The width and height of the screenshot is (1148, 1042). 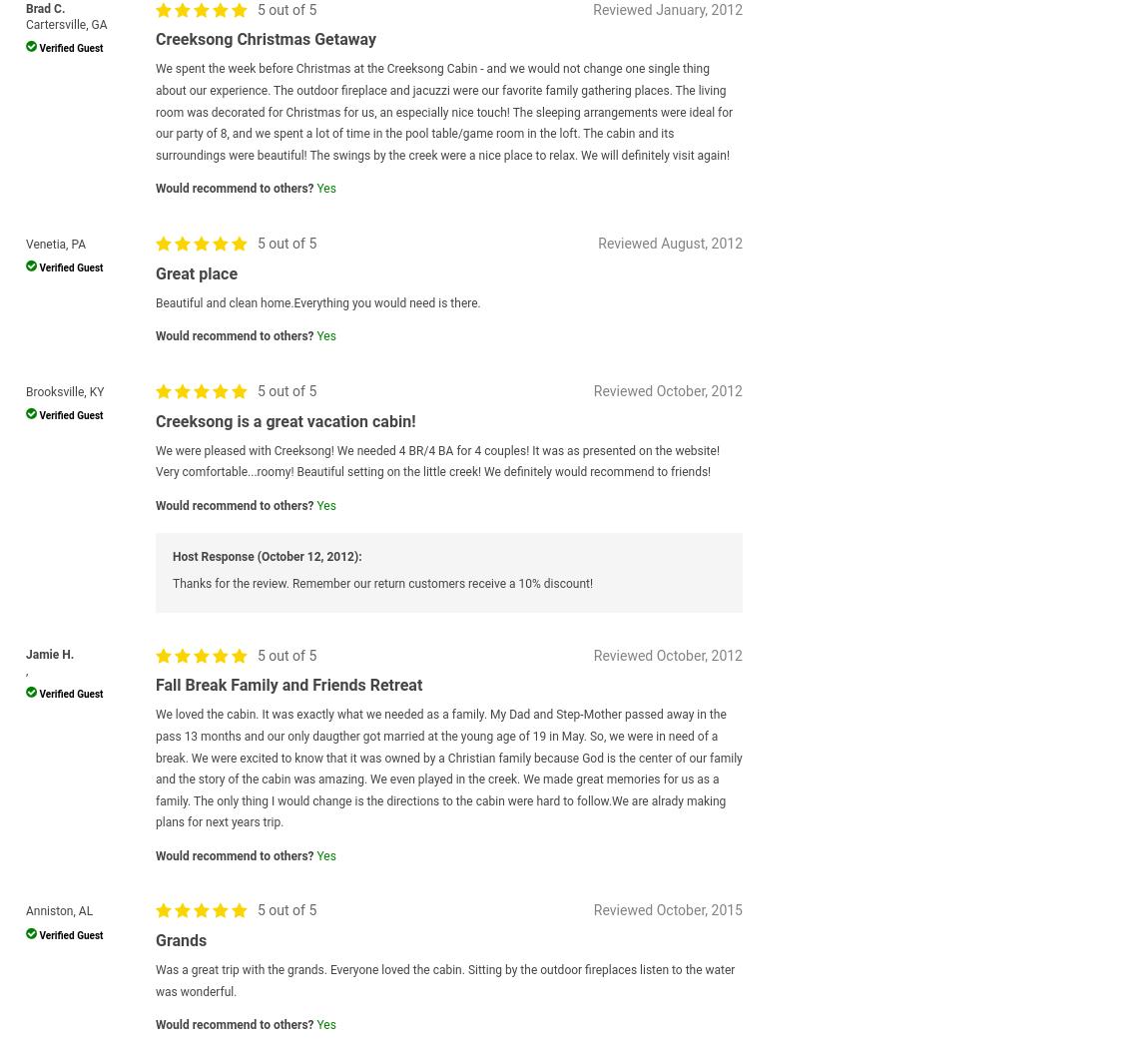 I want to click on 'Reviewed August, 2012', so click(x=669, y=243).